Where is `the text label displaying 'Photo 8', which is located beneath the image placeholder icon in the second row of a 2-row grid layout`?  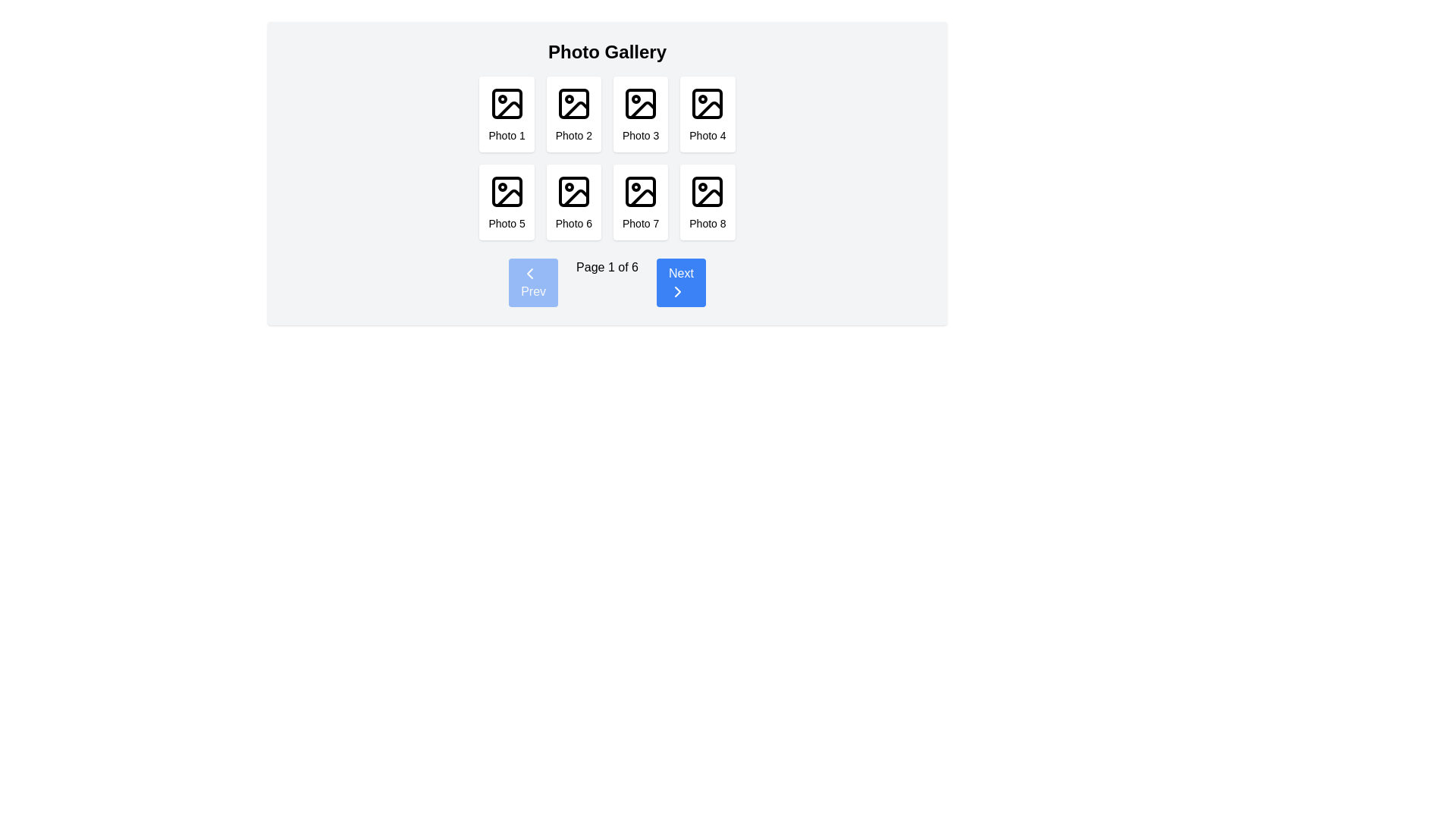
the text label displaying 'Photo 8', which is located beneath the image placeholder icon in the second row of a 2-row grid layout is located at coordinates (707, 223).